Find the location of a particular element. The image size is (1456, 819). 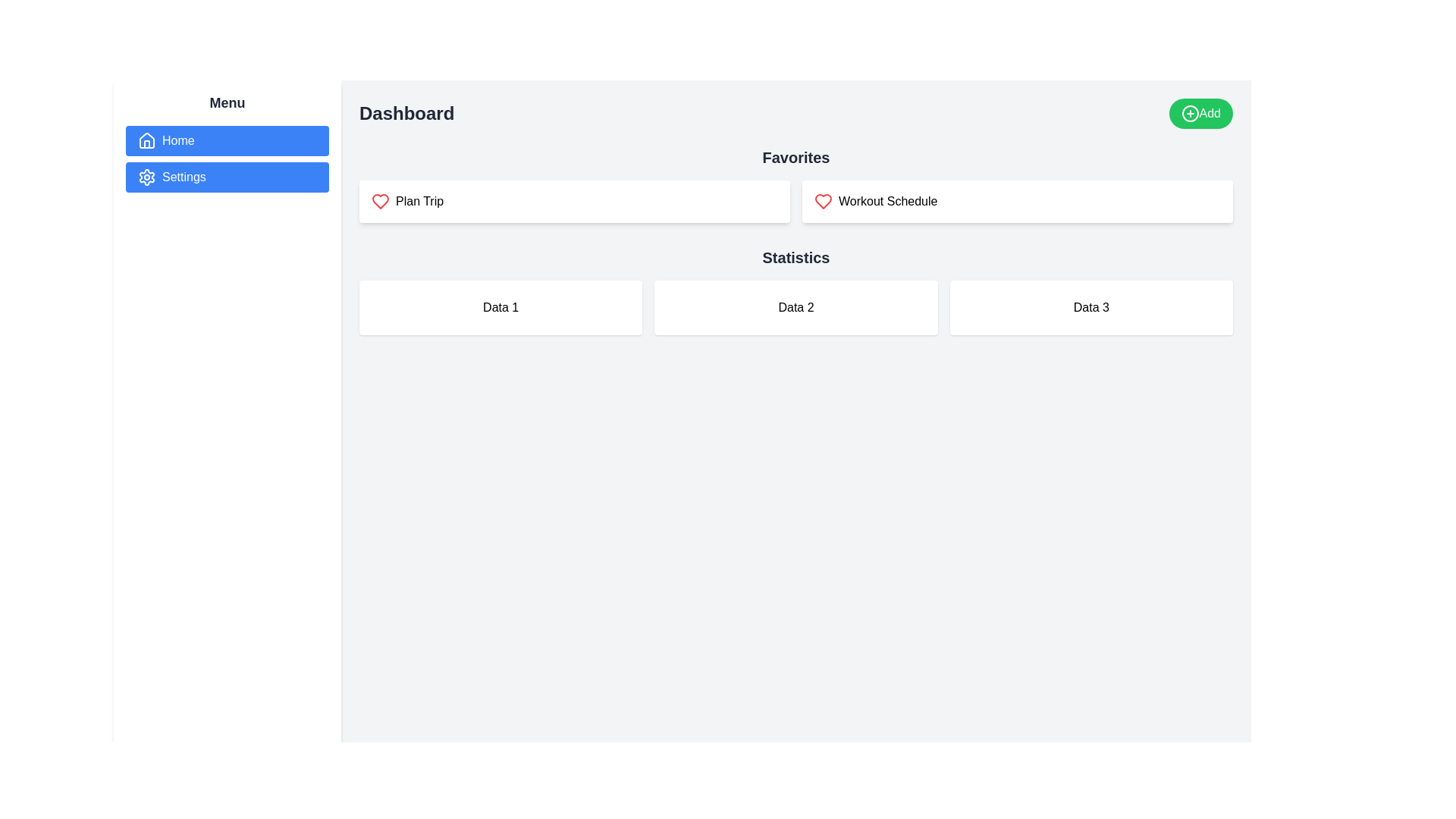

the 'Plan Trip' button is located at coordinates (574, 201).